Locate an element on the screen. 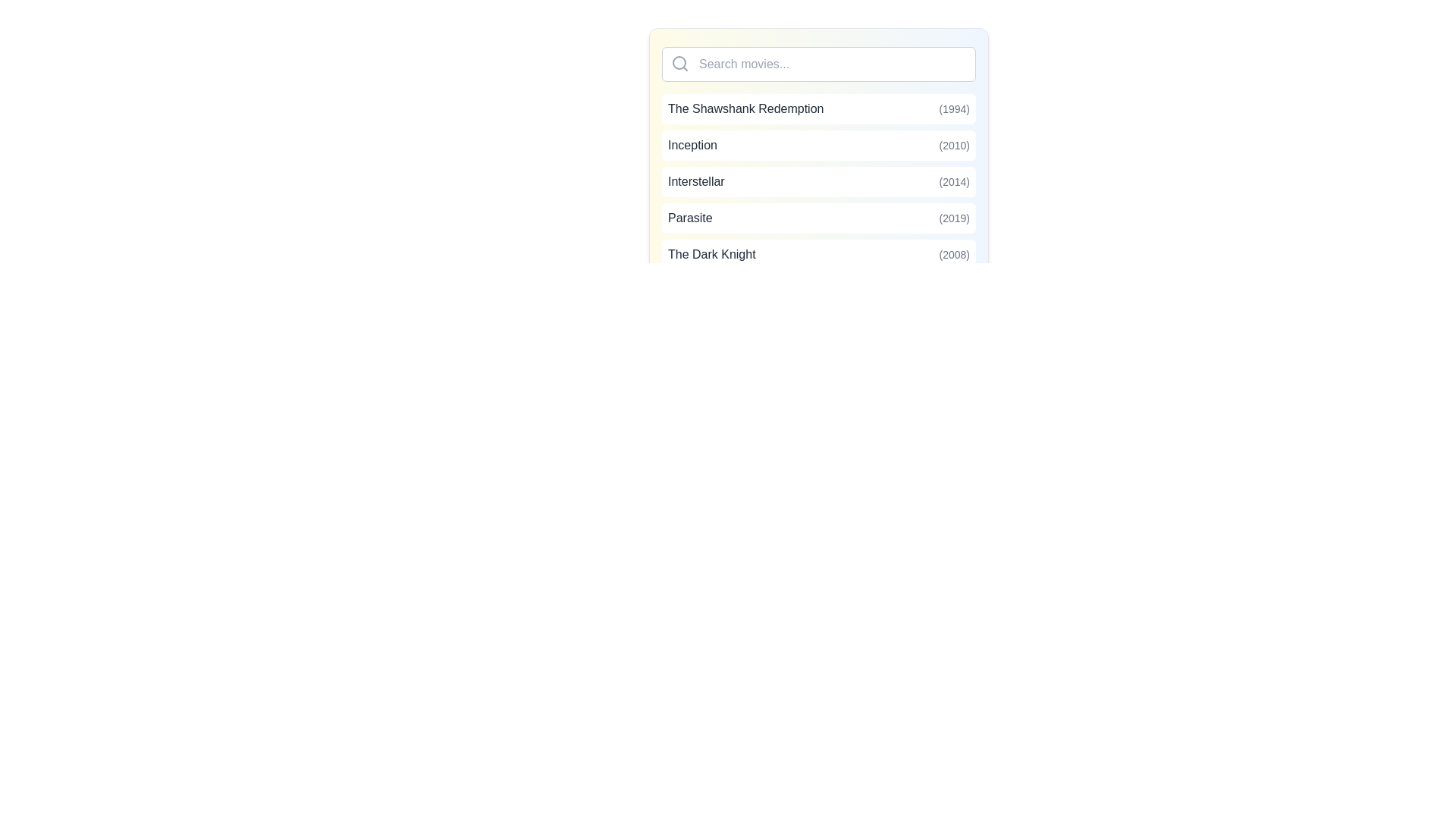 This screenshot has width=1456, height=819. the film entry list item for 'Inception (2010)' is located at coordinates (818, 158).